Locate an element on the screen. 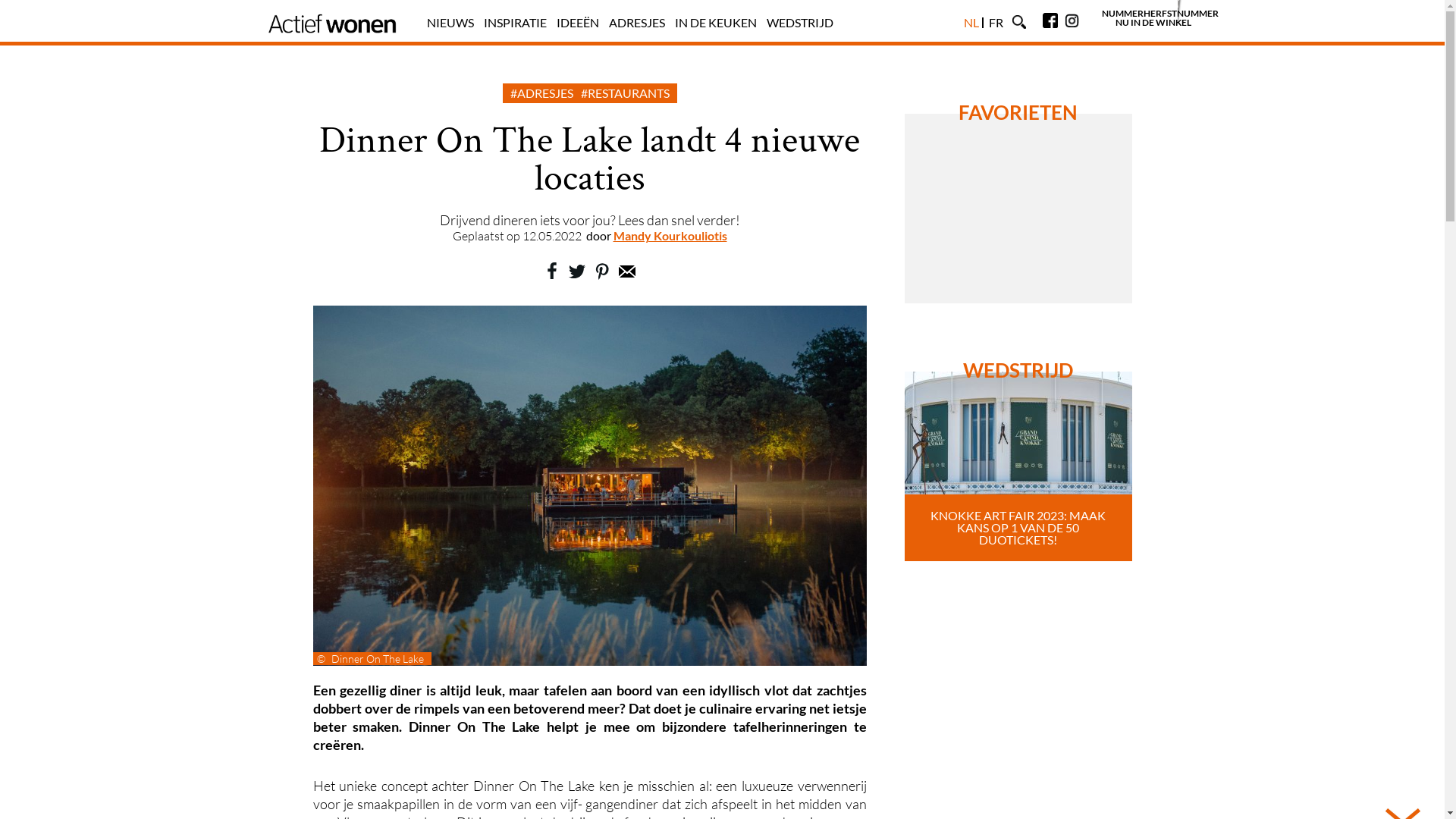 The width and height of the screenshot is (1456, 819). 'ADRESJES' is located at coordinates (636, 22).